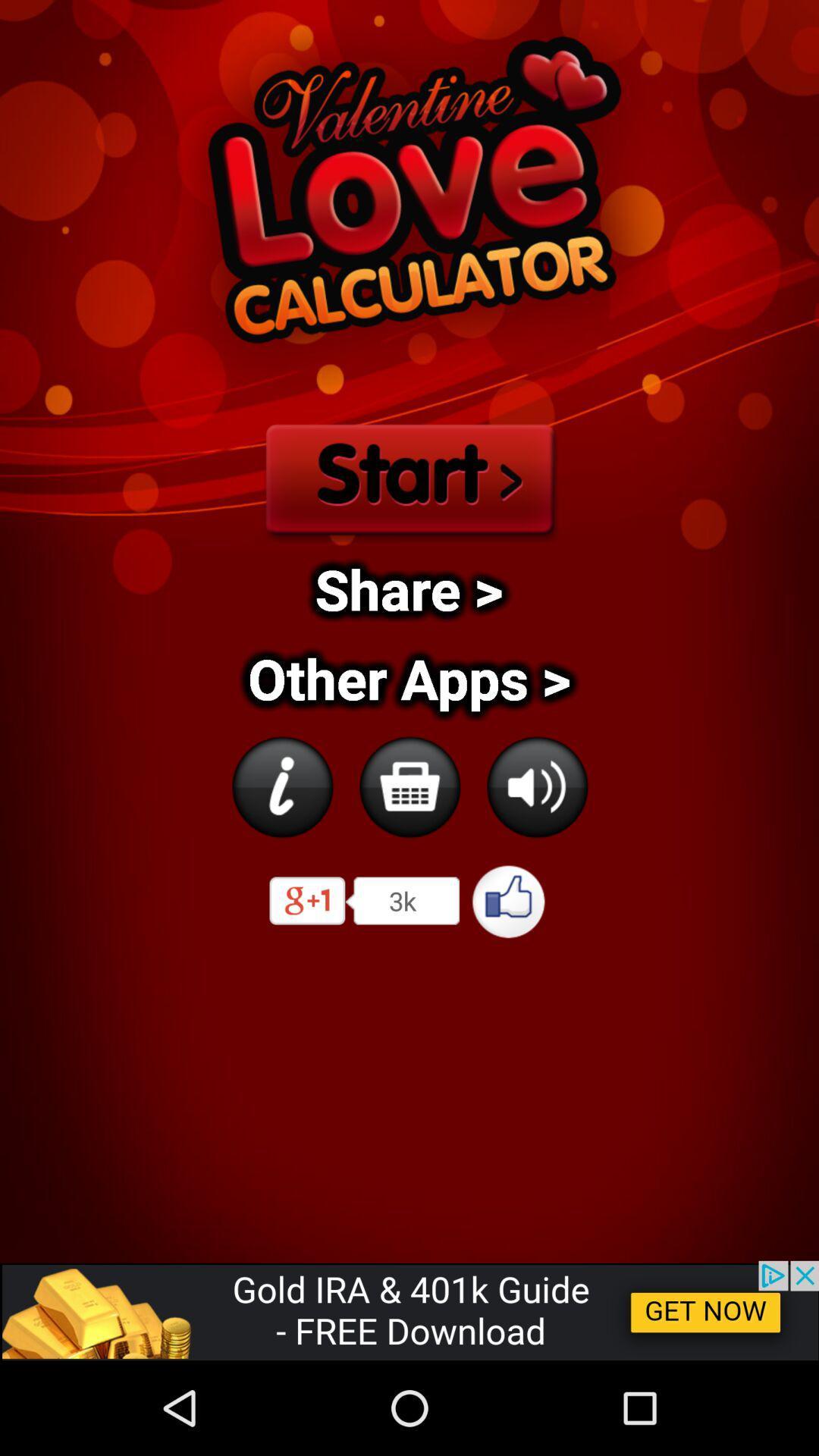 The height and width of the screenshot is (1456, 819). Describe the element at coordinates (409, 786) in the screenshot. I see `store` at that location.